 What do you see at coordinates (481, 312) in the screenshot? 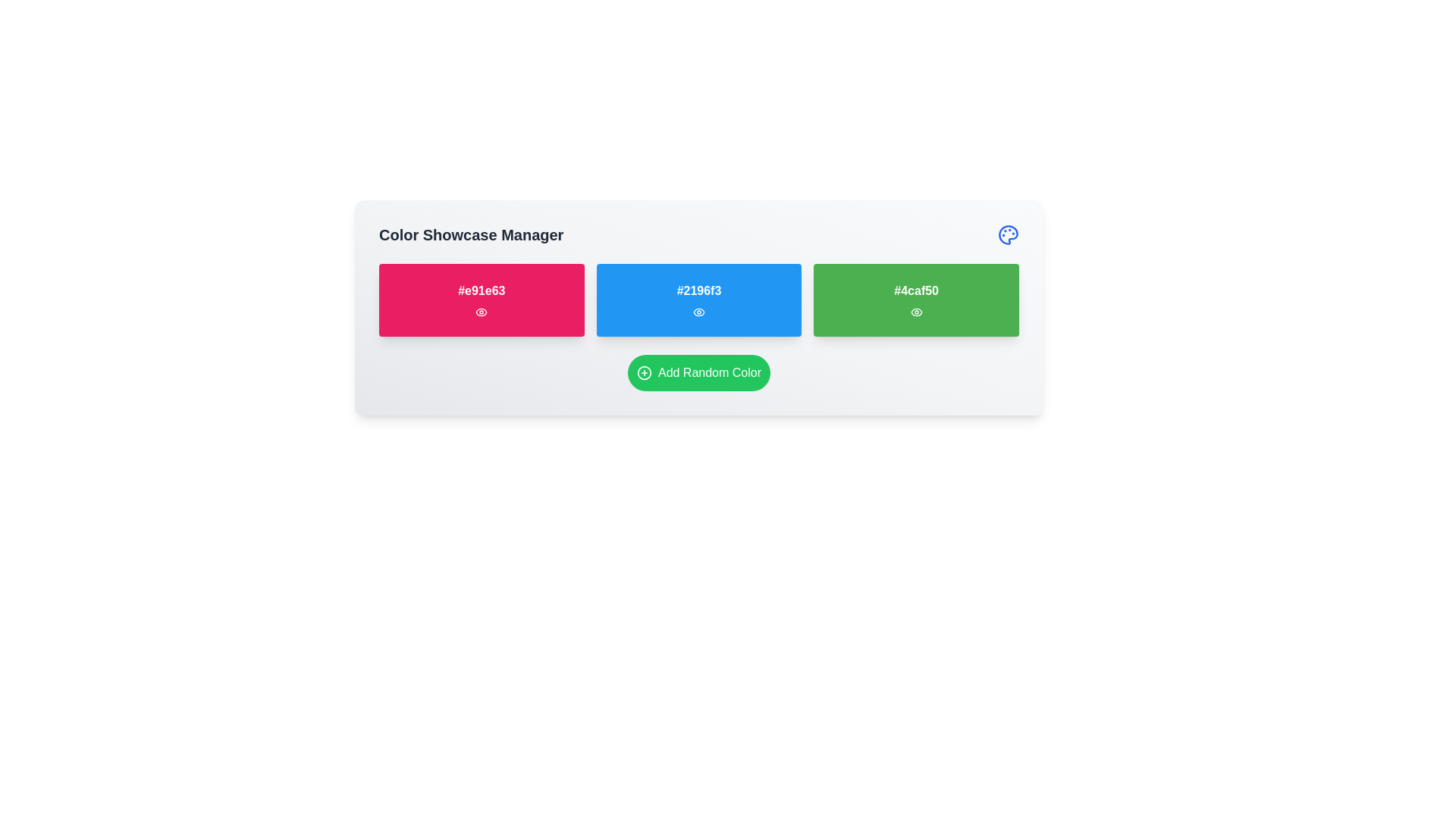
I see `the eye icon, which is a white vector graphic centered at the bottom of the pink card with the background color '#e91e63'` at bounding box center [481, 312].